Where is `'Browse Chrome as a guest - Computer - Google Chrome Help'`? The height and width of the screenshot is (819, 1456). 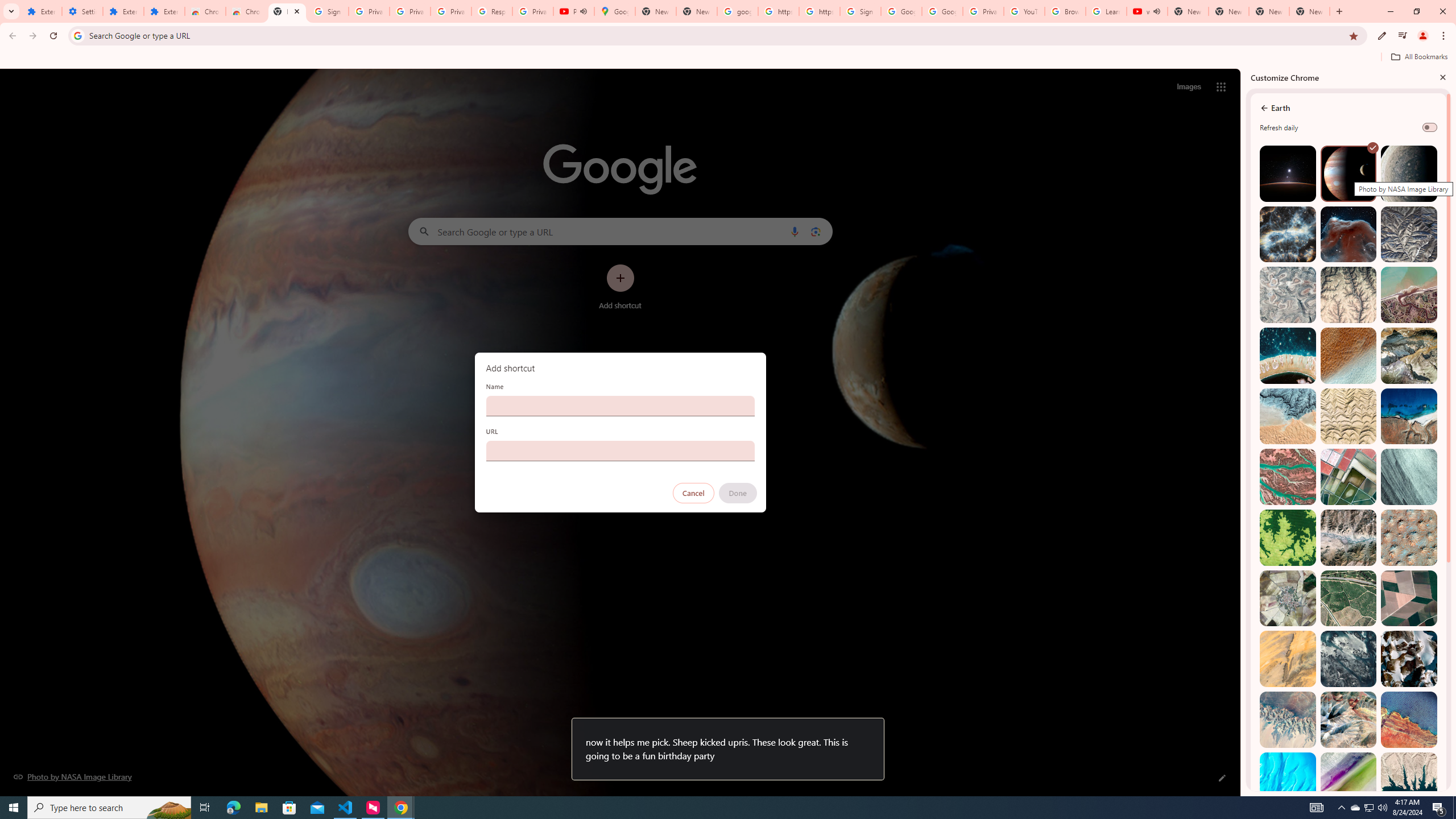
'Browse Chrome as a guest - Computer - Google Chrome Help' is located at coordinates (1064, 11).